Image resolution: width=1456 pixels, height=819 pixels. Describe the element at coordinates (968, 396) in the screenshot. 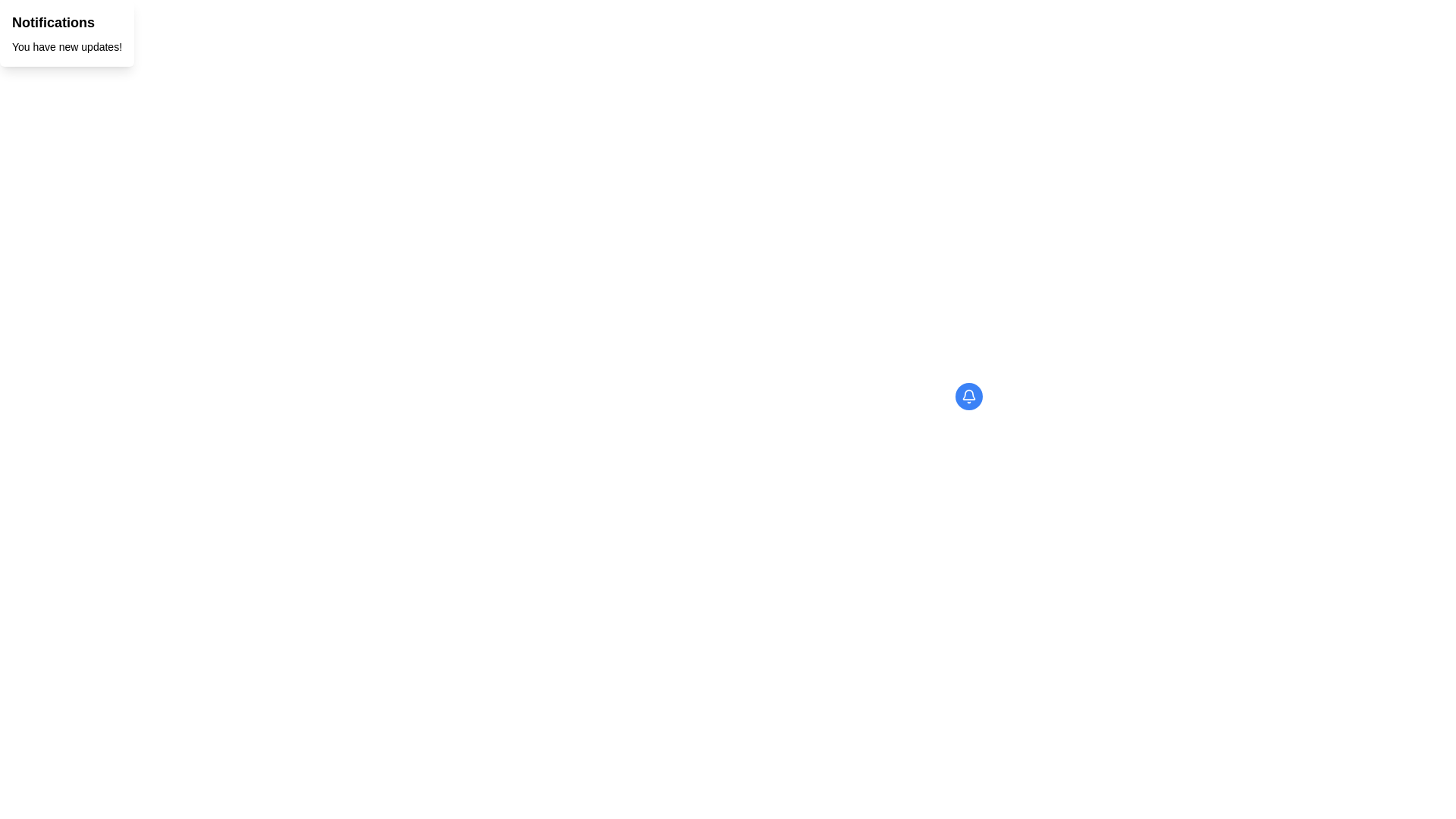

I see `the circular blue button with a white bell icon` at that location.